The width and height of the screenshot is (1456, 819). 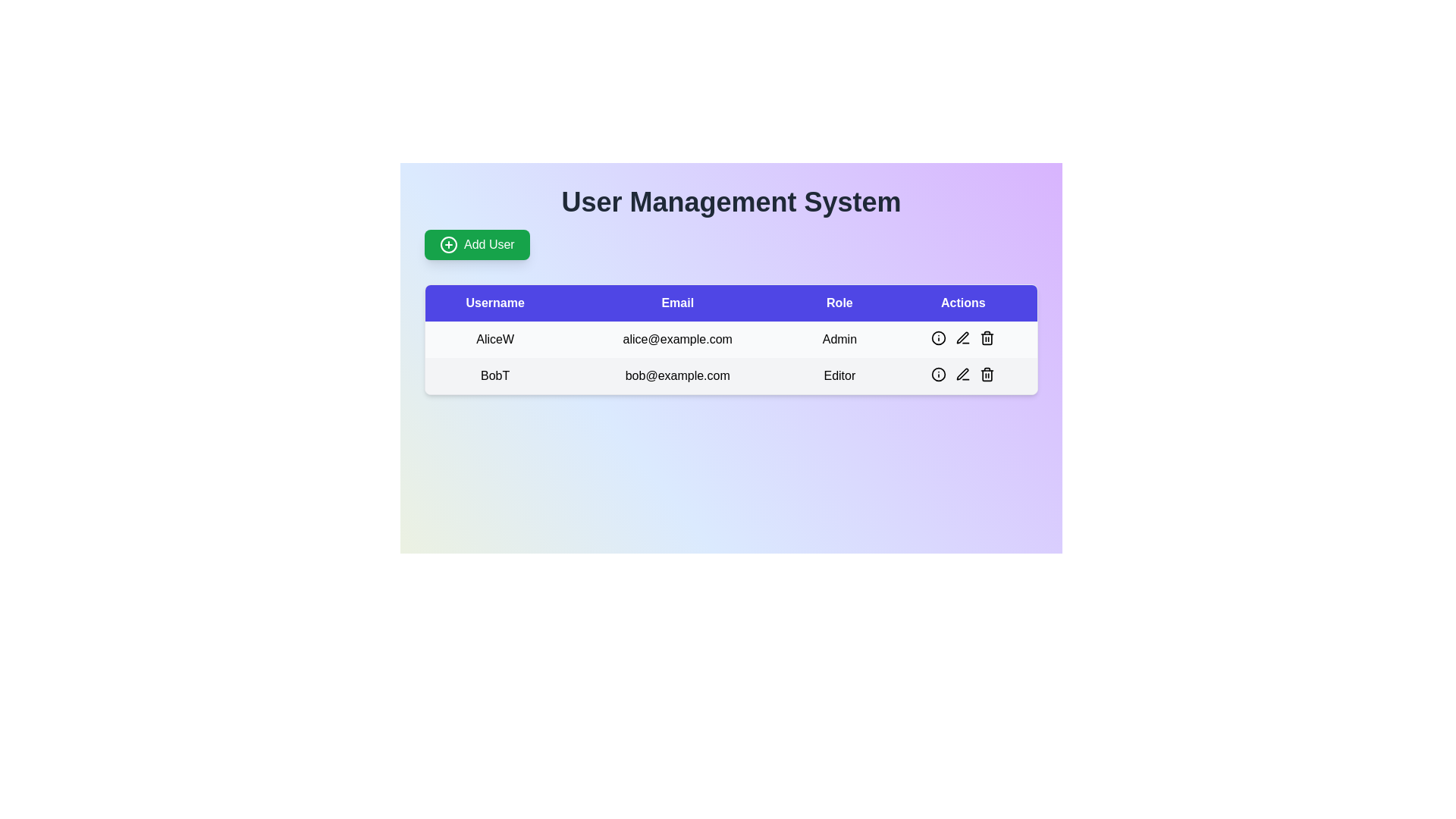 I want to click on the pen icon in the 'Actions' column of the second row for the entry 'BobT', so click(x=962, y=337).